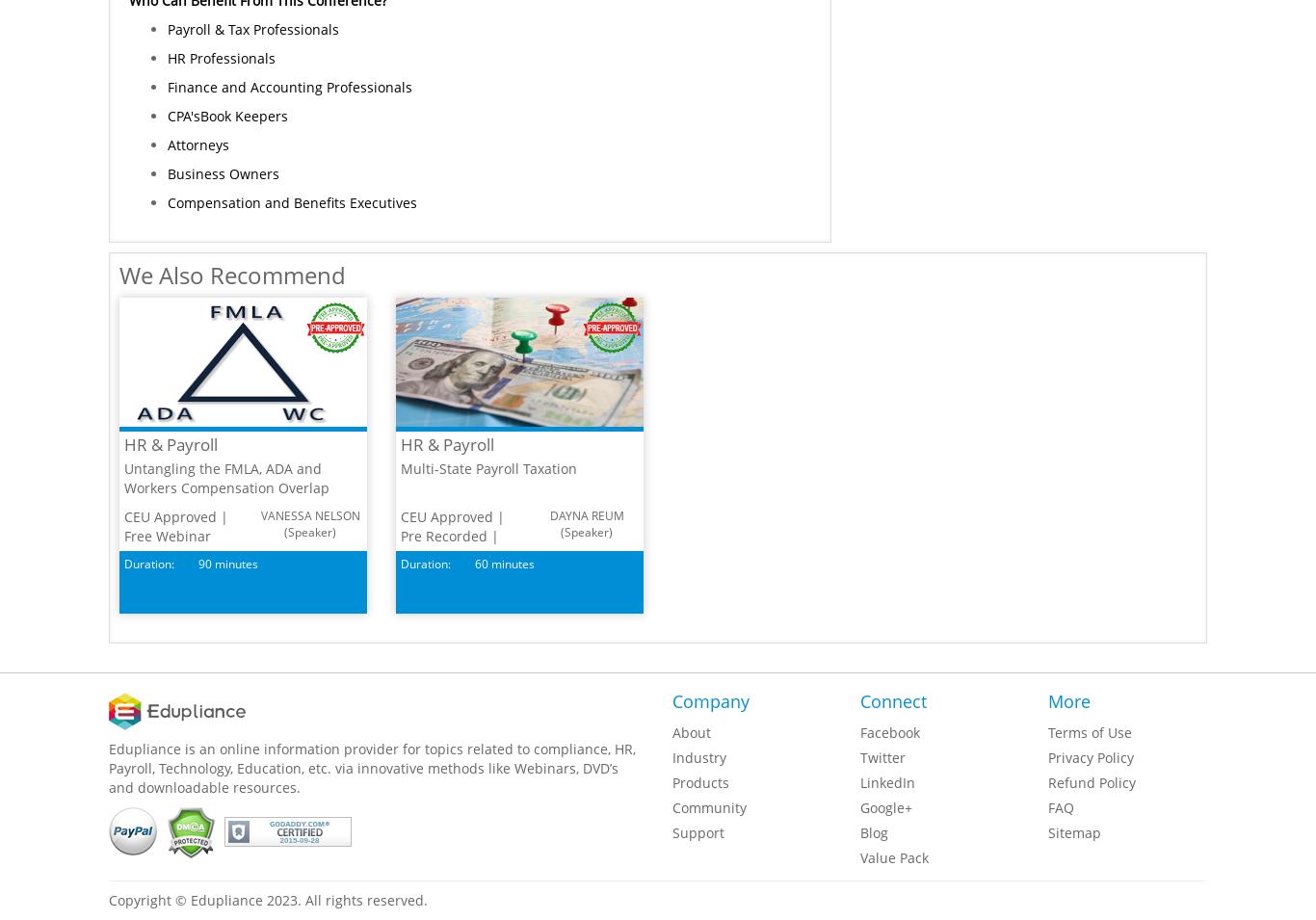  What do you see at coordinates (1047, 756) in the screenshot?
I see `'Privacy Policy'` at bounding box center [1047, 756].